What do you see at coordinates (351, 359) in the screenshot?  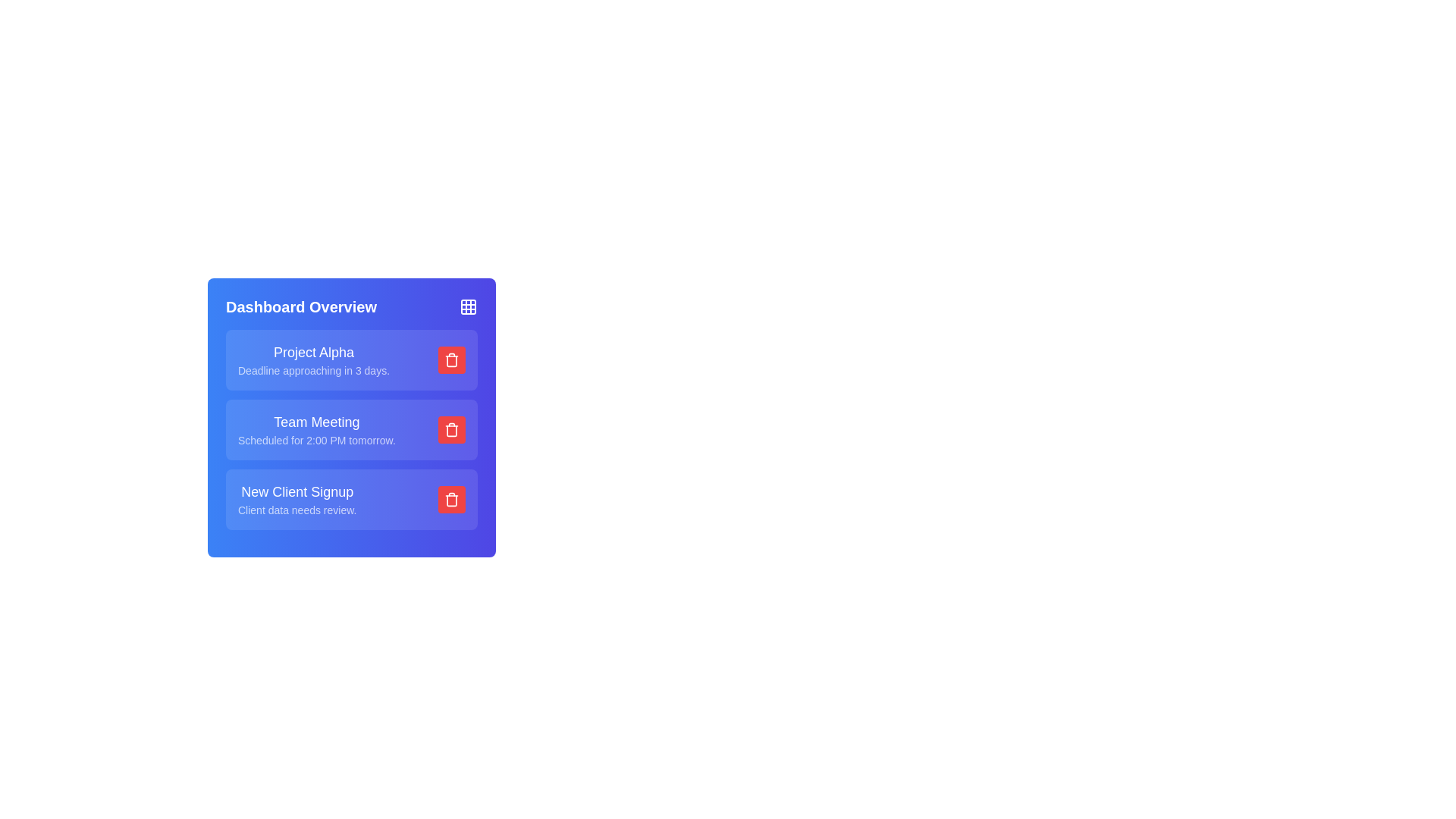 I see `the first card in the Dashboard Overview section` at bounding box center [351, 359].